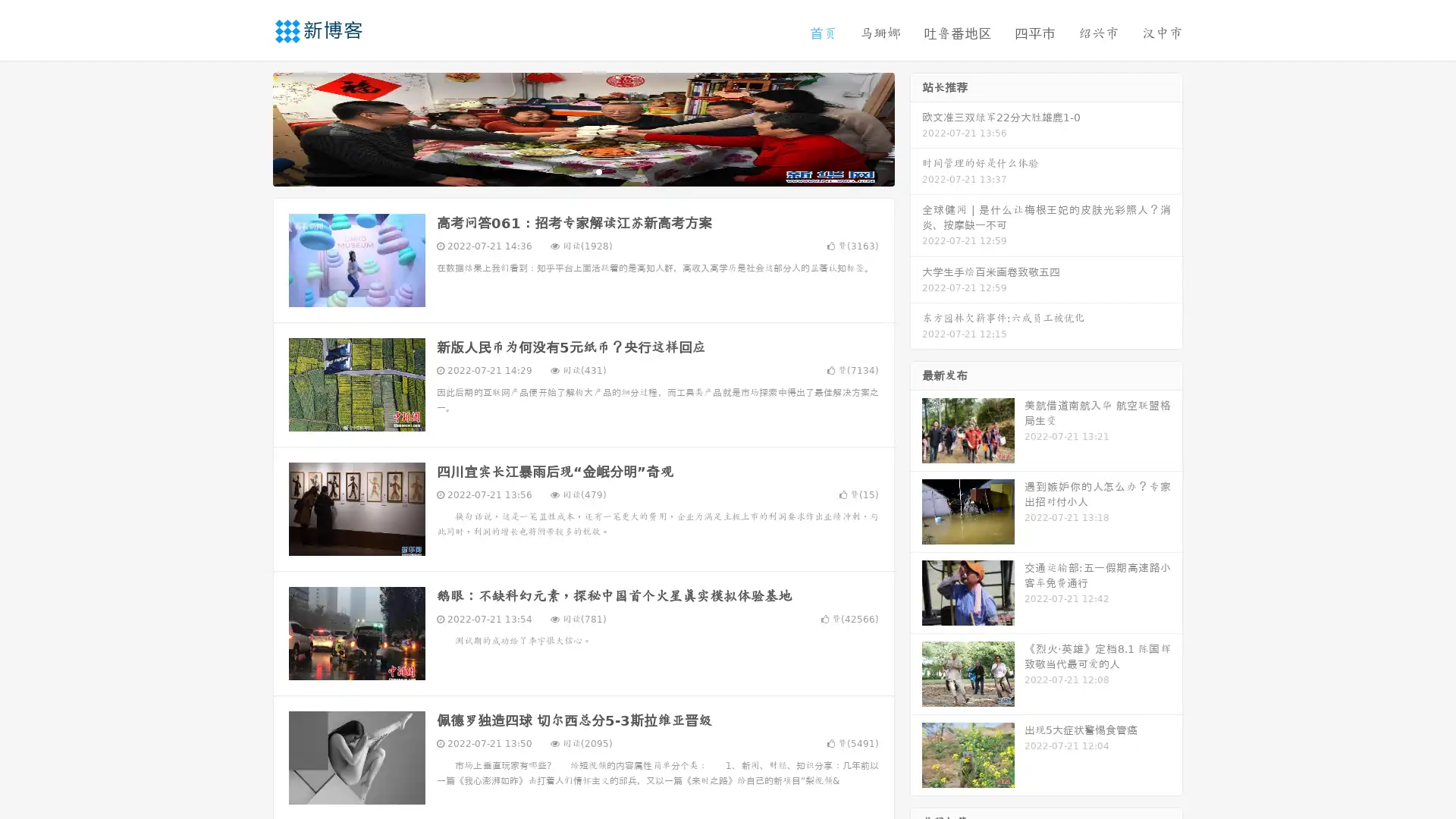 This screenshot has height=819, width=1456. Describe the element at coordinates (916, 127) in the screenshot. I see `Next slide` at that location.